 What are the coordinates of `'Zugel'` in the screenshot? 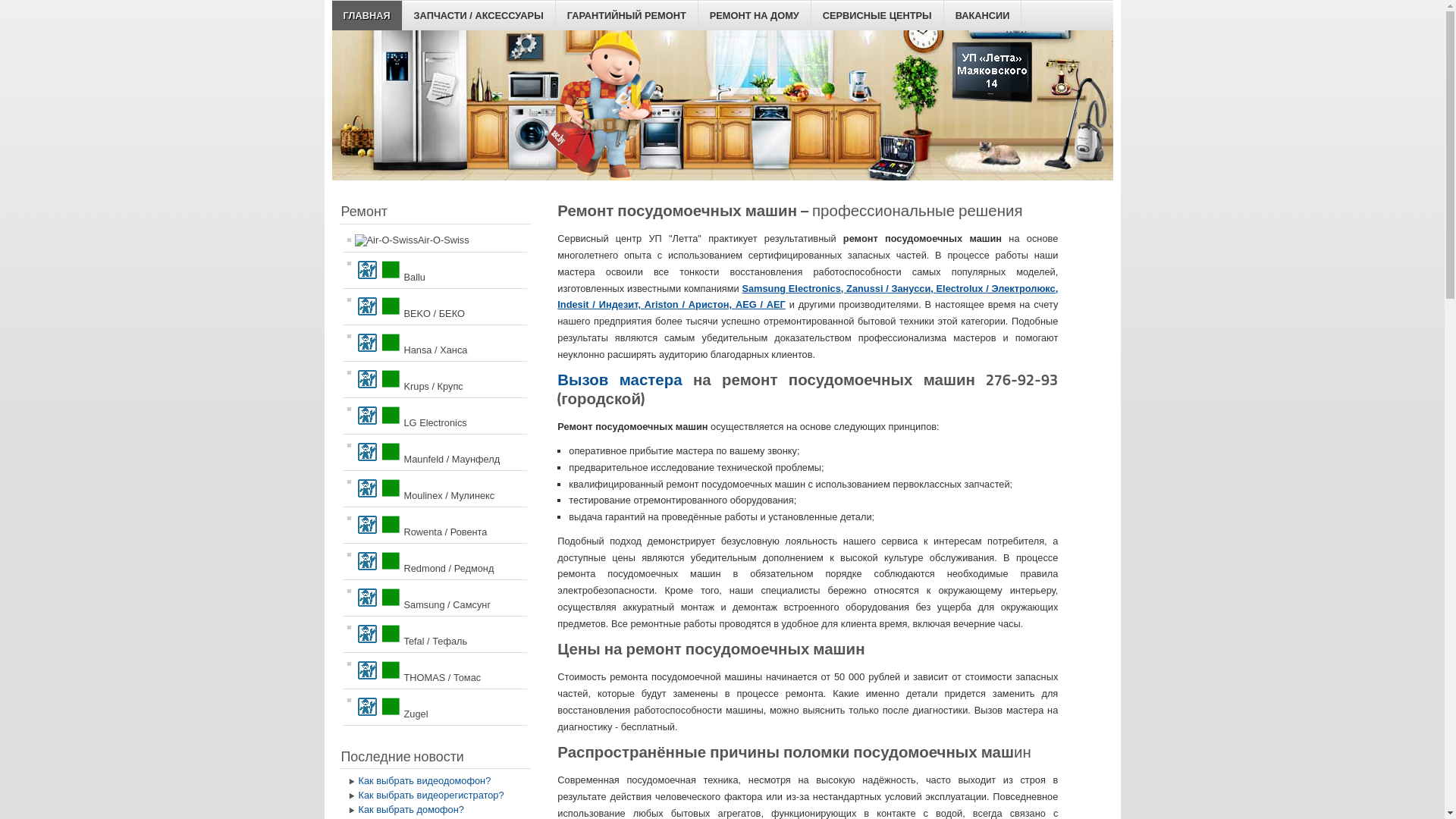 It's located at (341, 707).